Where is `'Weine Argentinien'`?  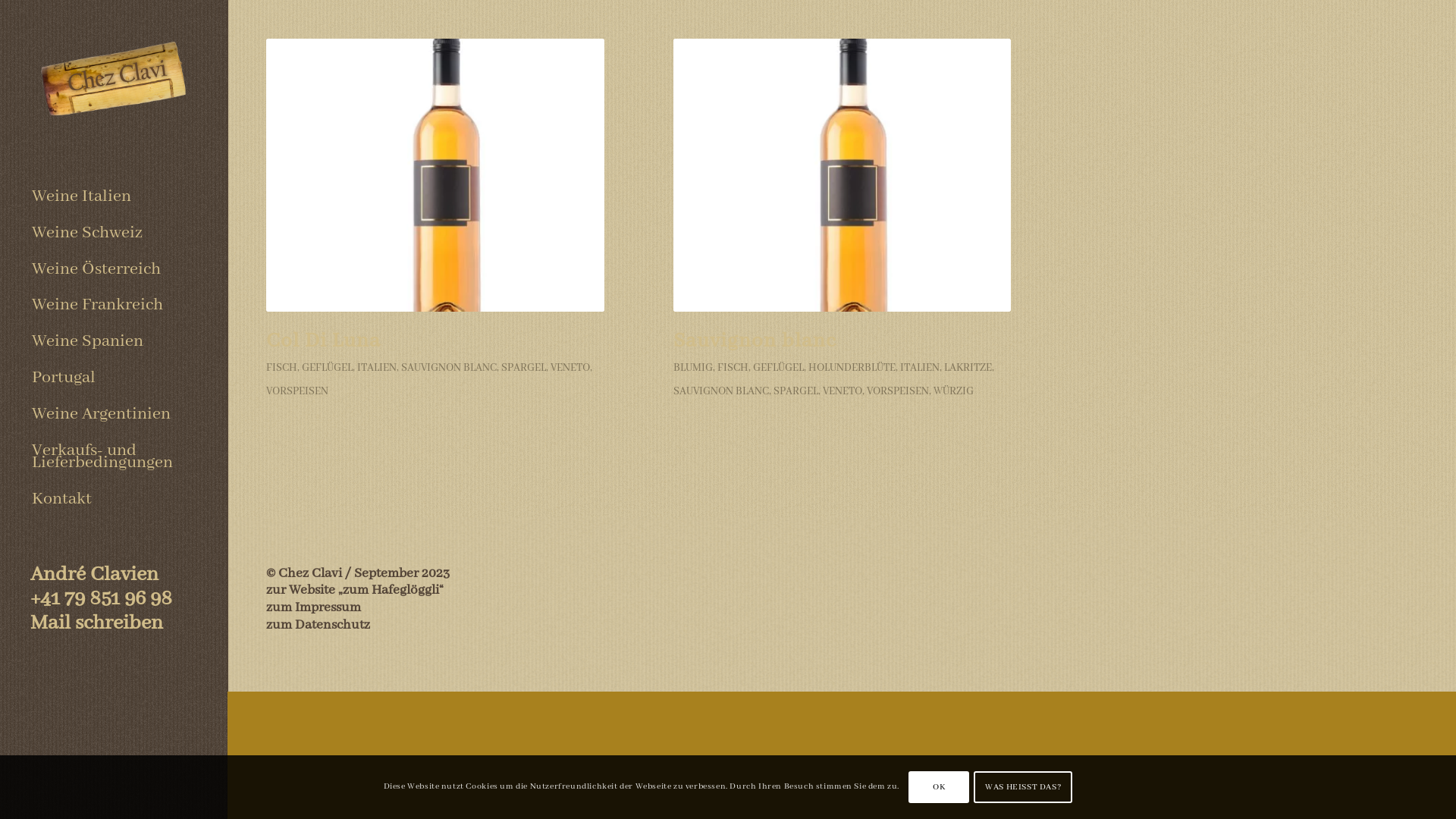 'Weine Argentinien' is located at coordinates (112, 415).